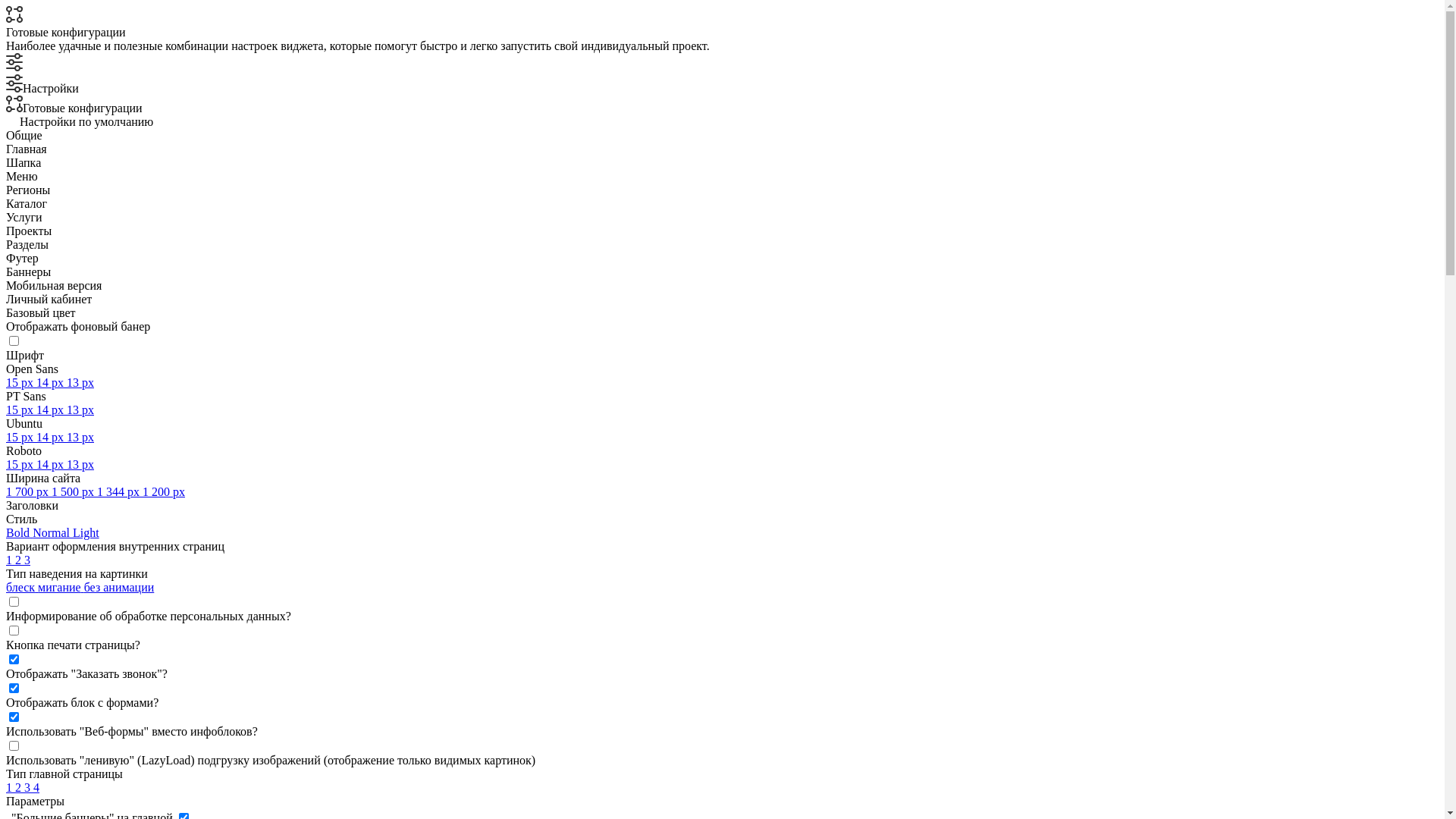 This screenshot has width=1456, height=819. What do you see at coordinates (21, 381) in the screenshot?
I see `'15 px'` at bounding box center [21, 381].